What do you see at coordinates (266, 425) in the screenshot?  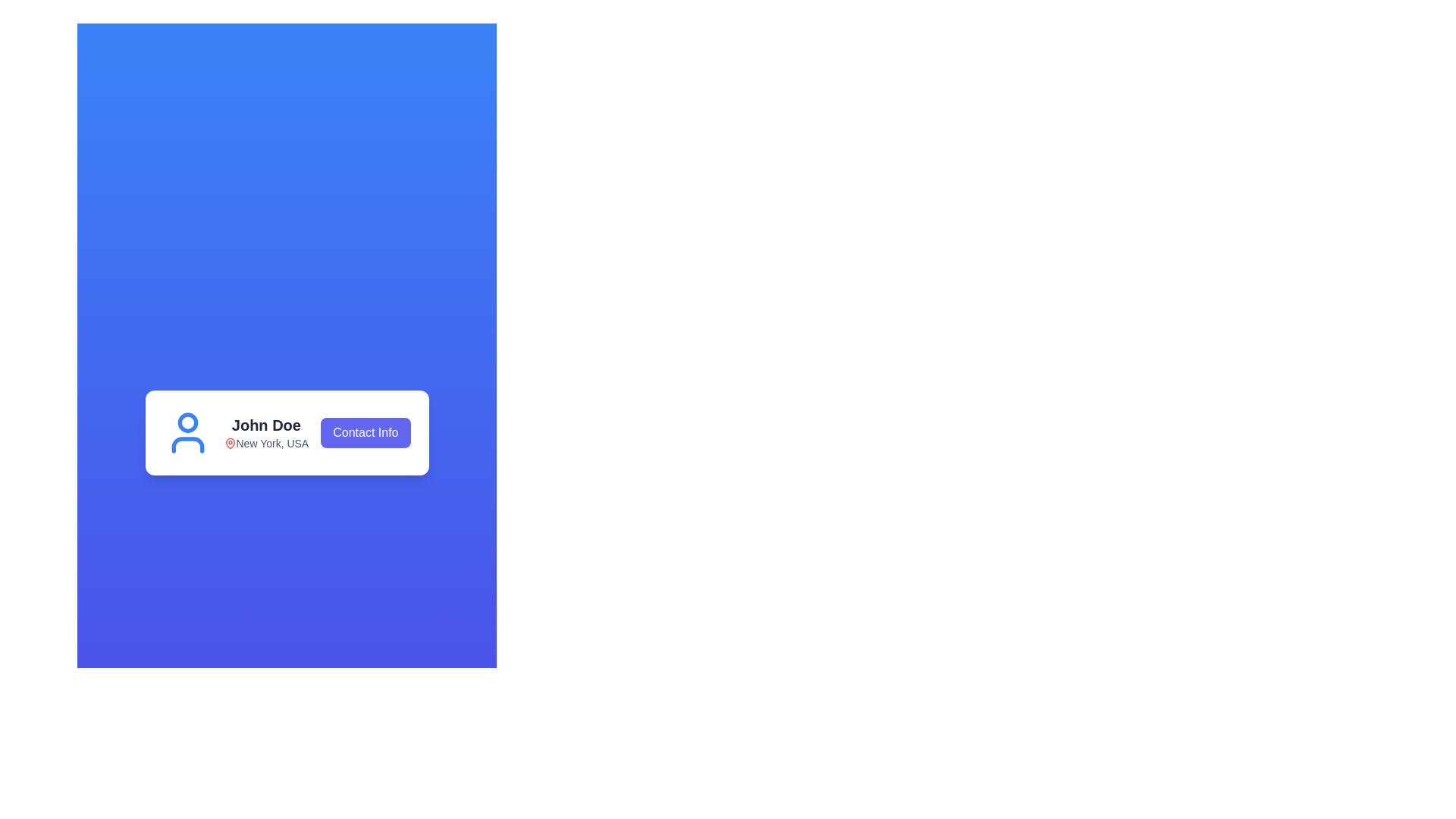 I see `the text label displaying 'John Doe' within the white card-like structure` at bounding box center [266, 425].